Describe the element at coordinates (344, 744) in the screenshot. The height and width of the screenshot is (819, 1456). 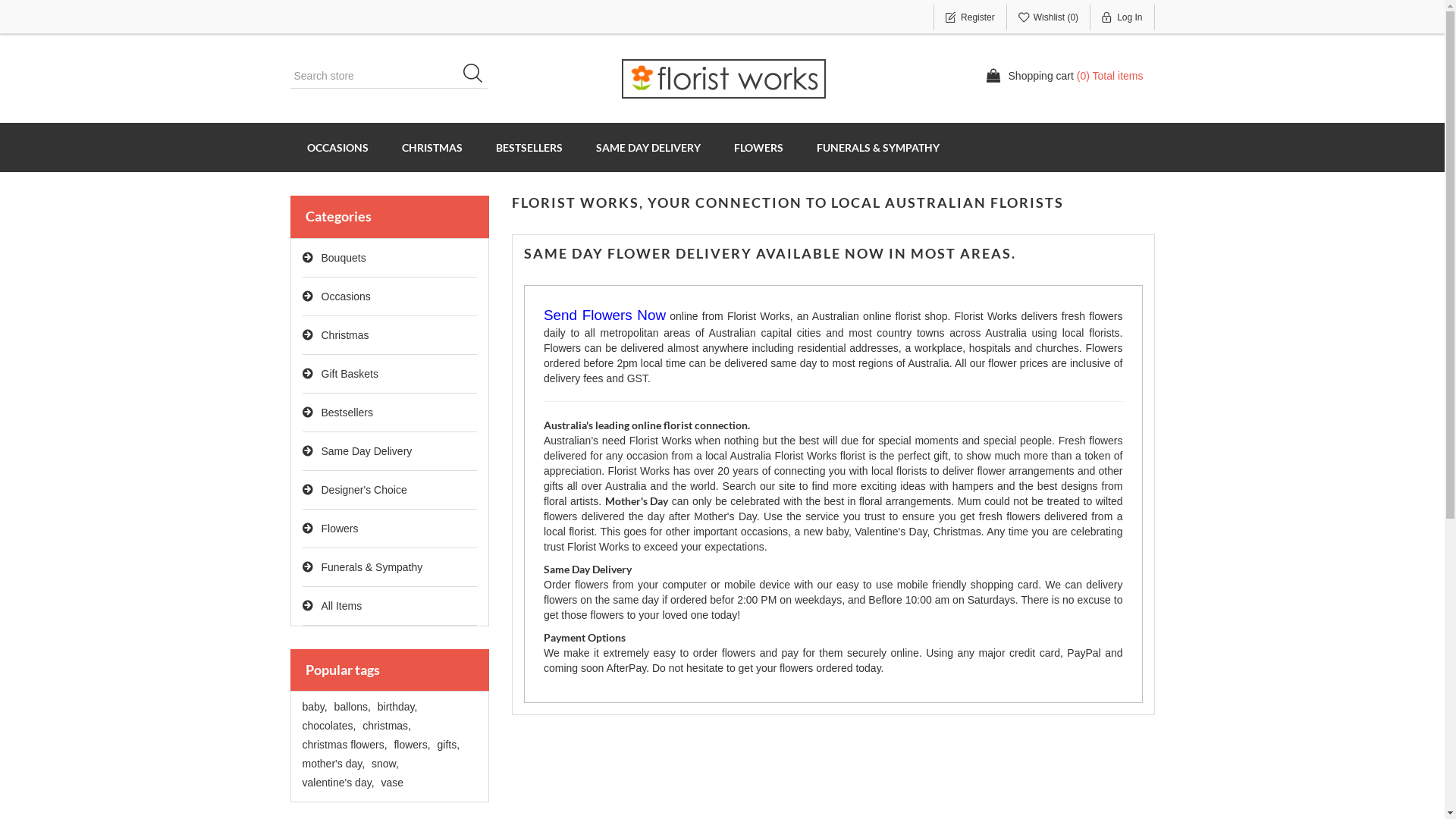
I see `'christmas flowers,'` at that location.